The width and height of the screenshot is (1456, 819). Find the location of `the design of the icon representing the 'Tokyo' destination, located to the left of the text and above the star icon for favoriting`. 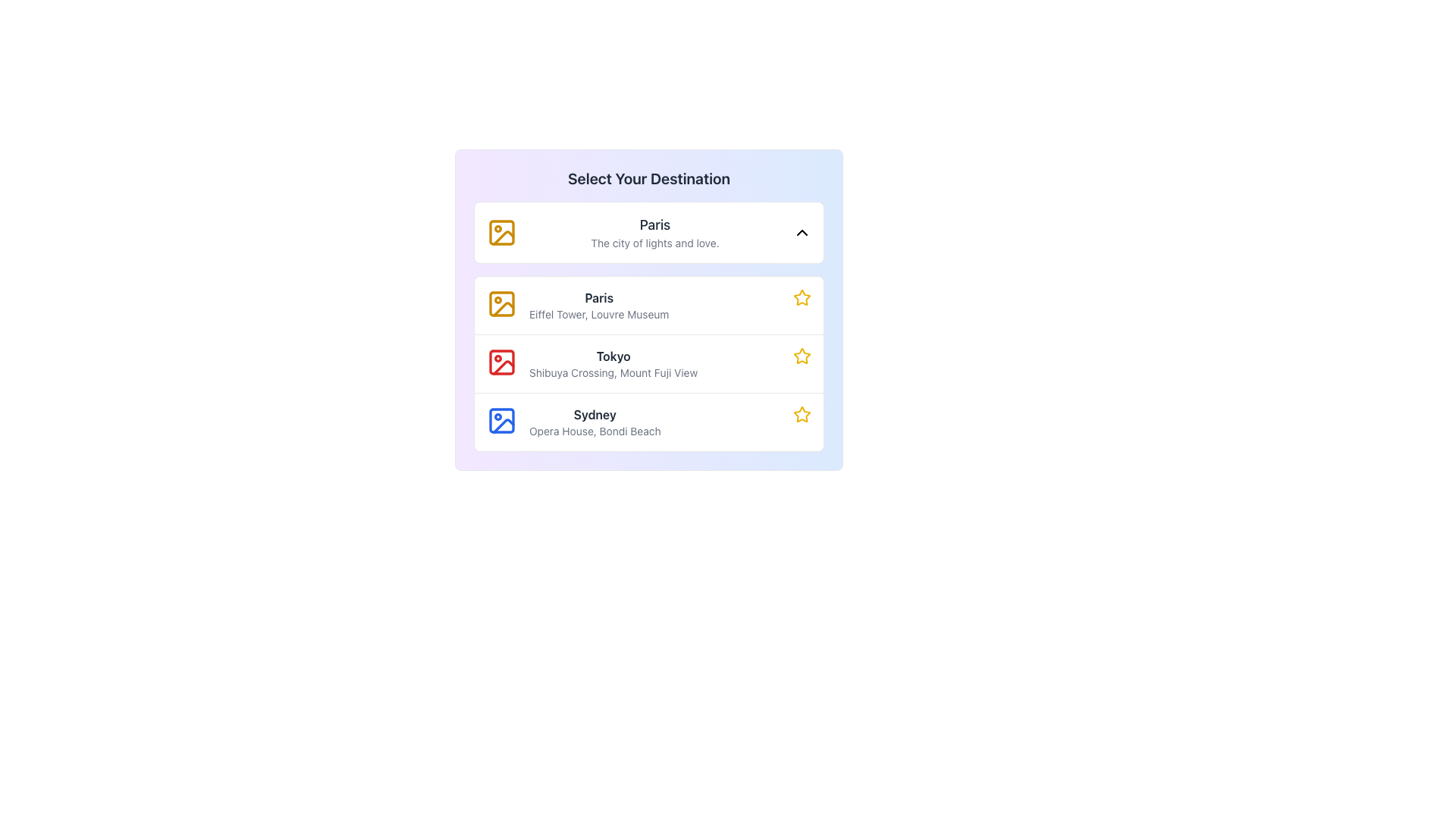

the design of the icon representing the 'Tokyo' destination, located to the left of the text and above the star icon for favoriting is located at coordinates (502, 362).